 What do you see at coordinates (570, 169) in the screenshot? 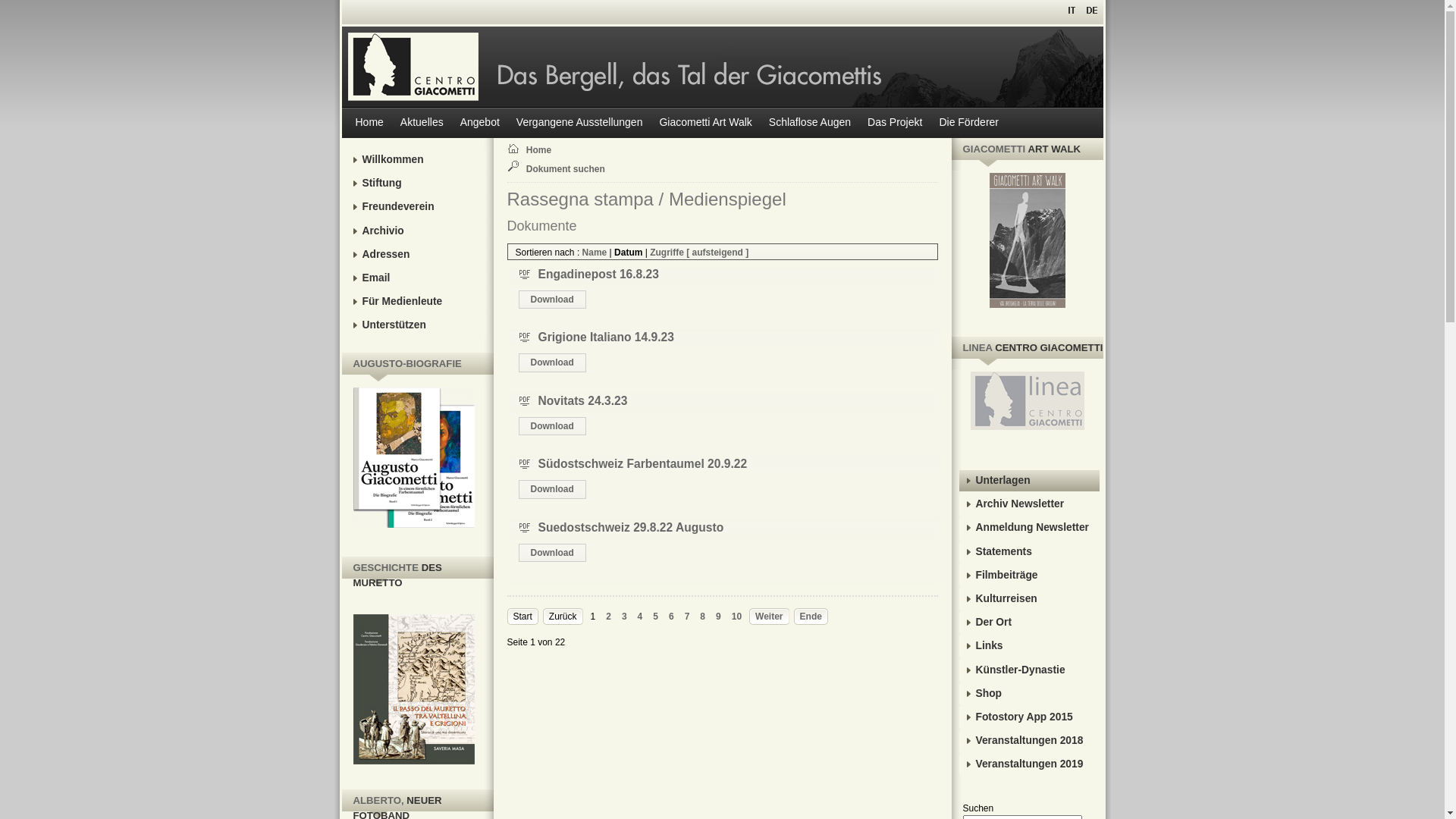
I see `'Dokument suchen'` at bounding box center [570, 169].